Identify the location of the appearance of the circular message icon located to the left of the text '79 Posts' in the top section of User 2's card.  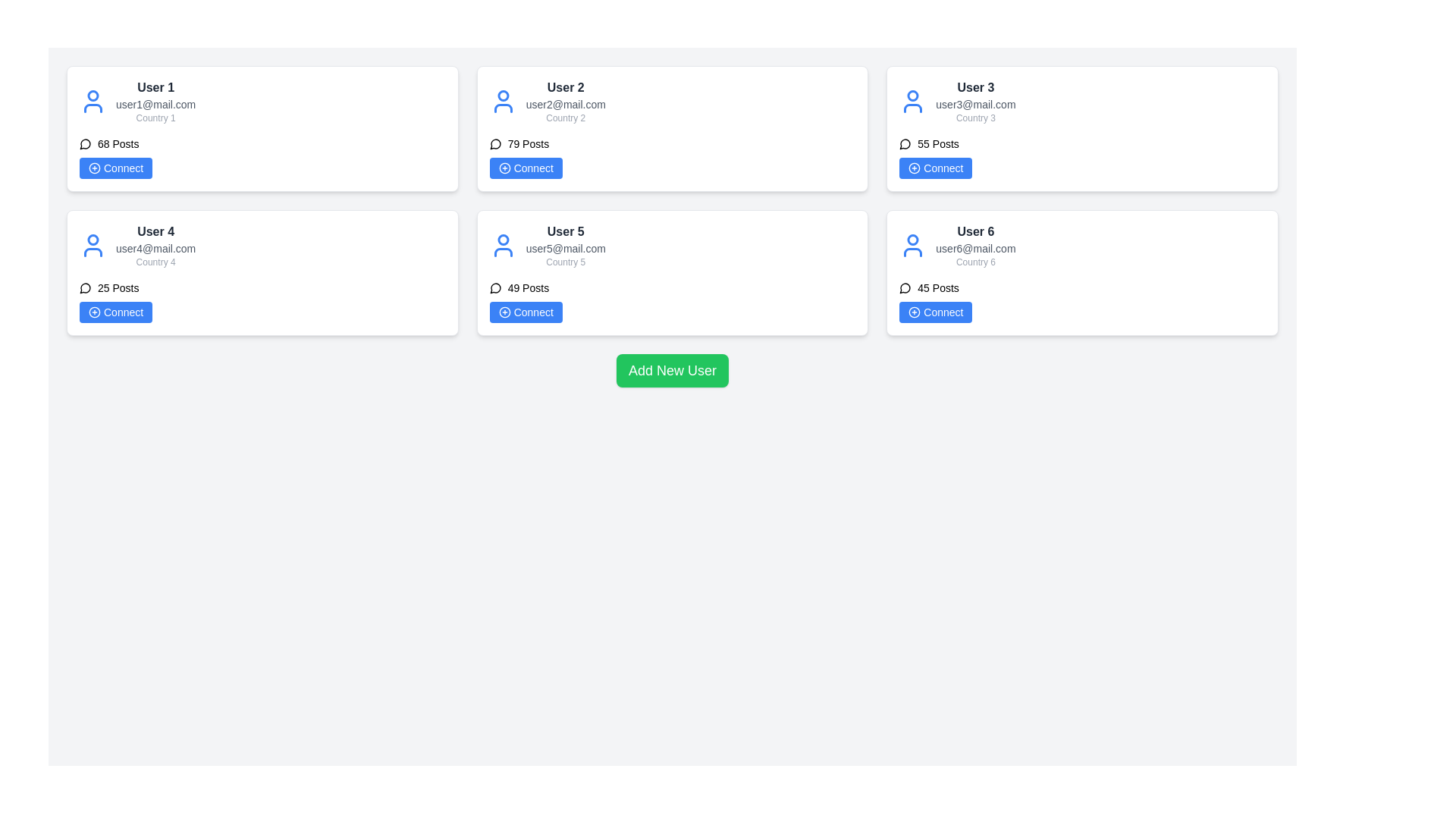
(495, 143).